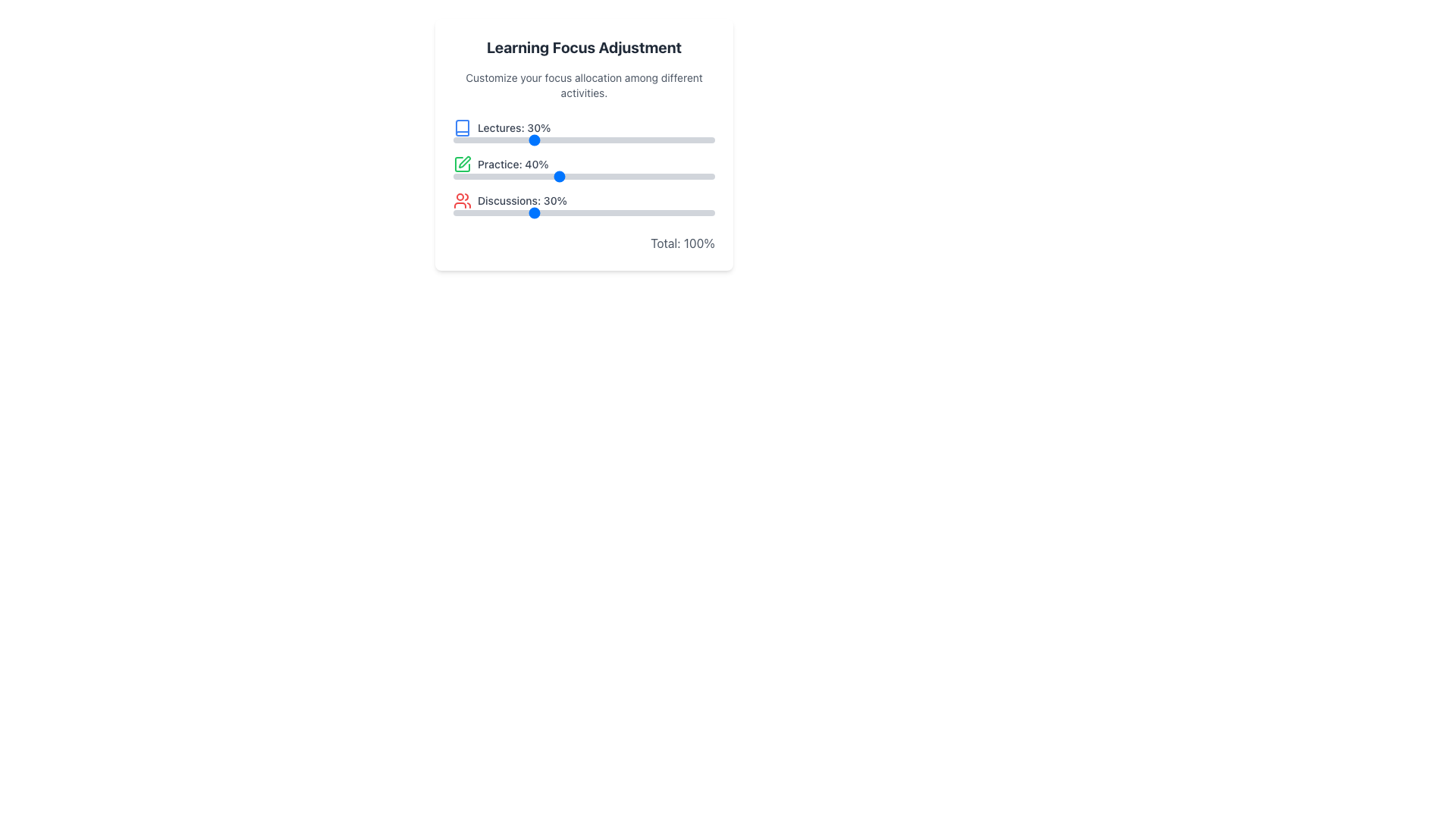 The width and height of the screenshot is (1456, 819). Describe the element at coordinates (583, 167) in the screenshot. I see `the 'Practice: 40%' section which contains a green pencil icon and an interactive slider` at that location.